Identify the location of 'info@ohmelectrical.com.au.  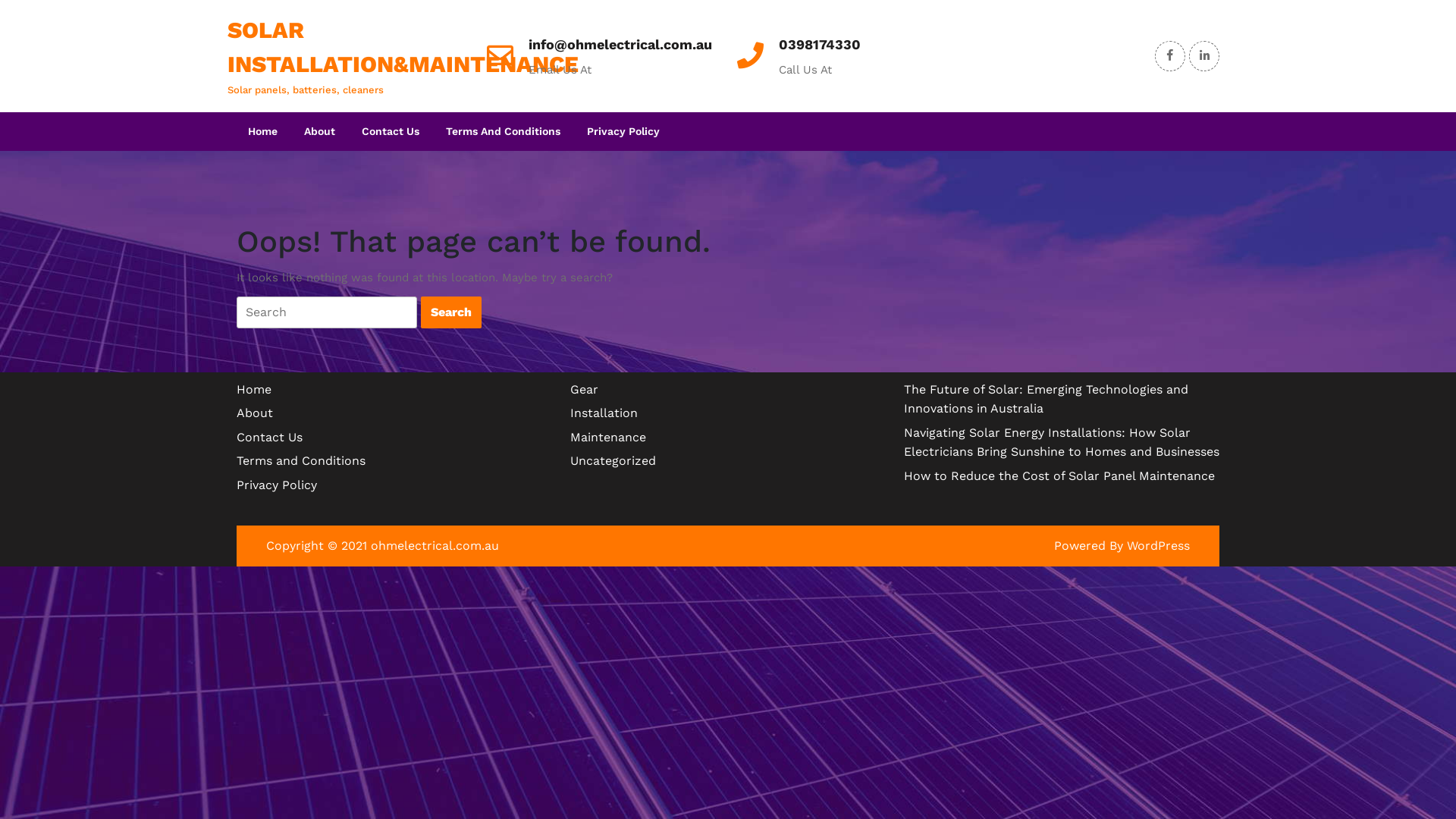
(620, 43).